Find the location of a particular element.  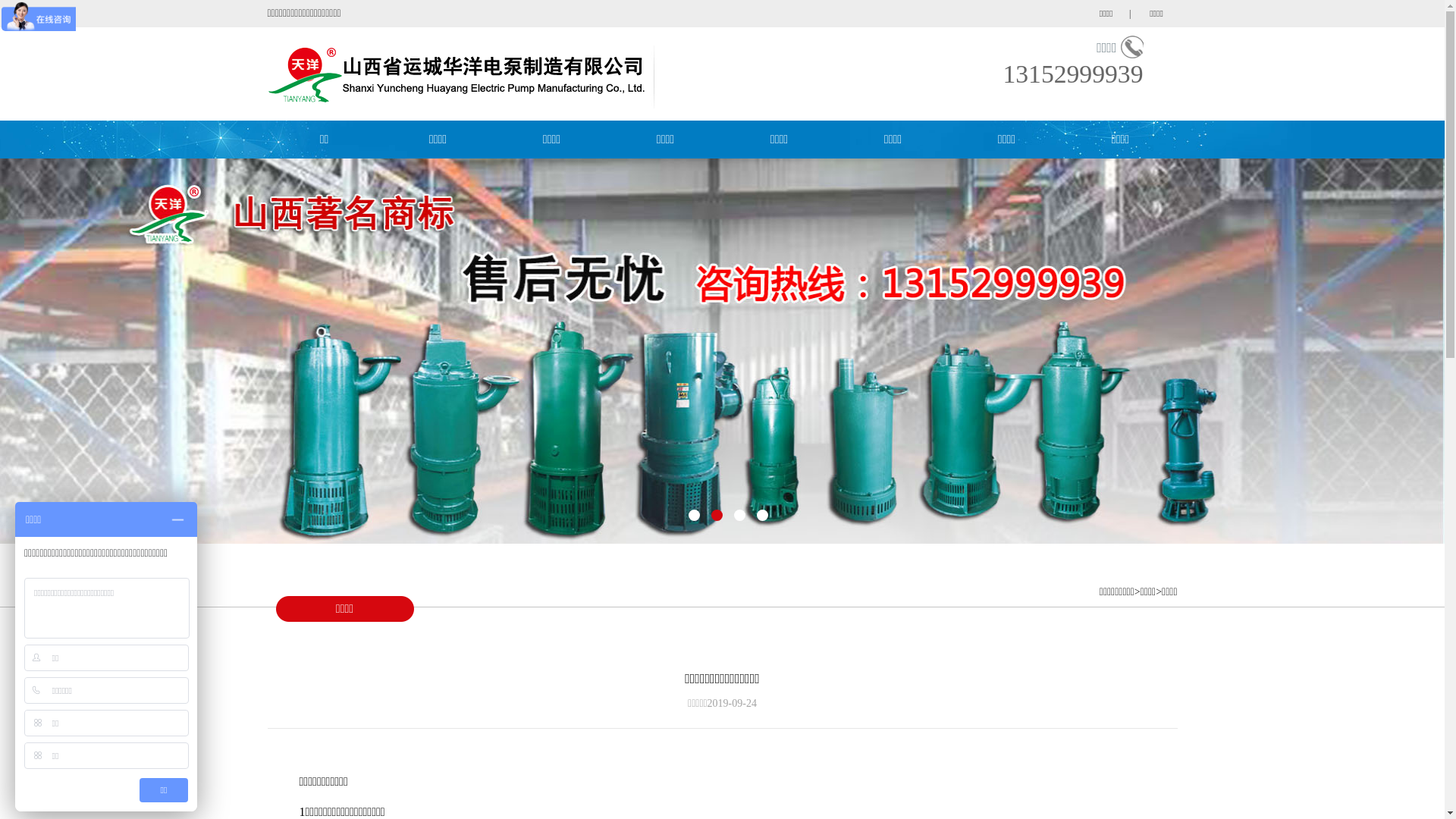

'4' is located at coordinates (757, 514).